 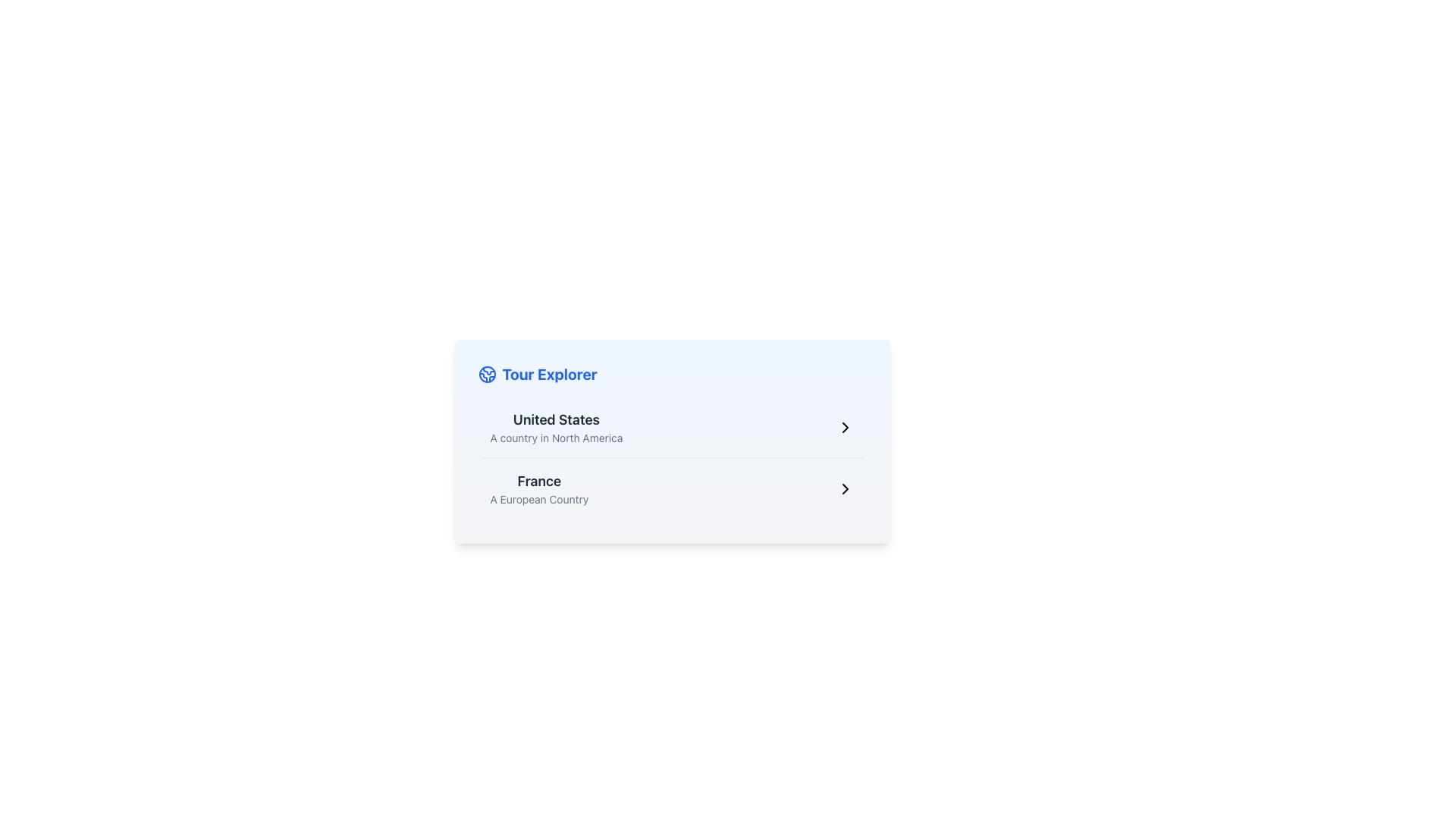 I want to click on the central circular SVG graphic with a blue outline, which is part of the globe-themed icon located beside the text 'Tour Explorer', so click(x=487, y=374).